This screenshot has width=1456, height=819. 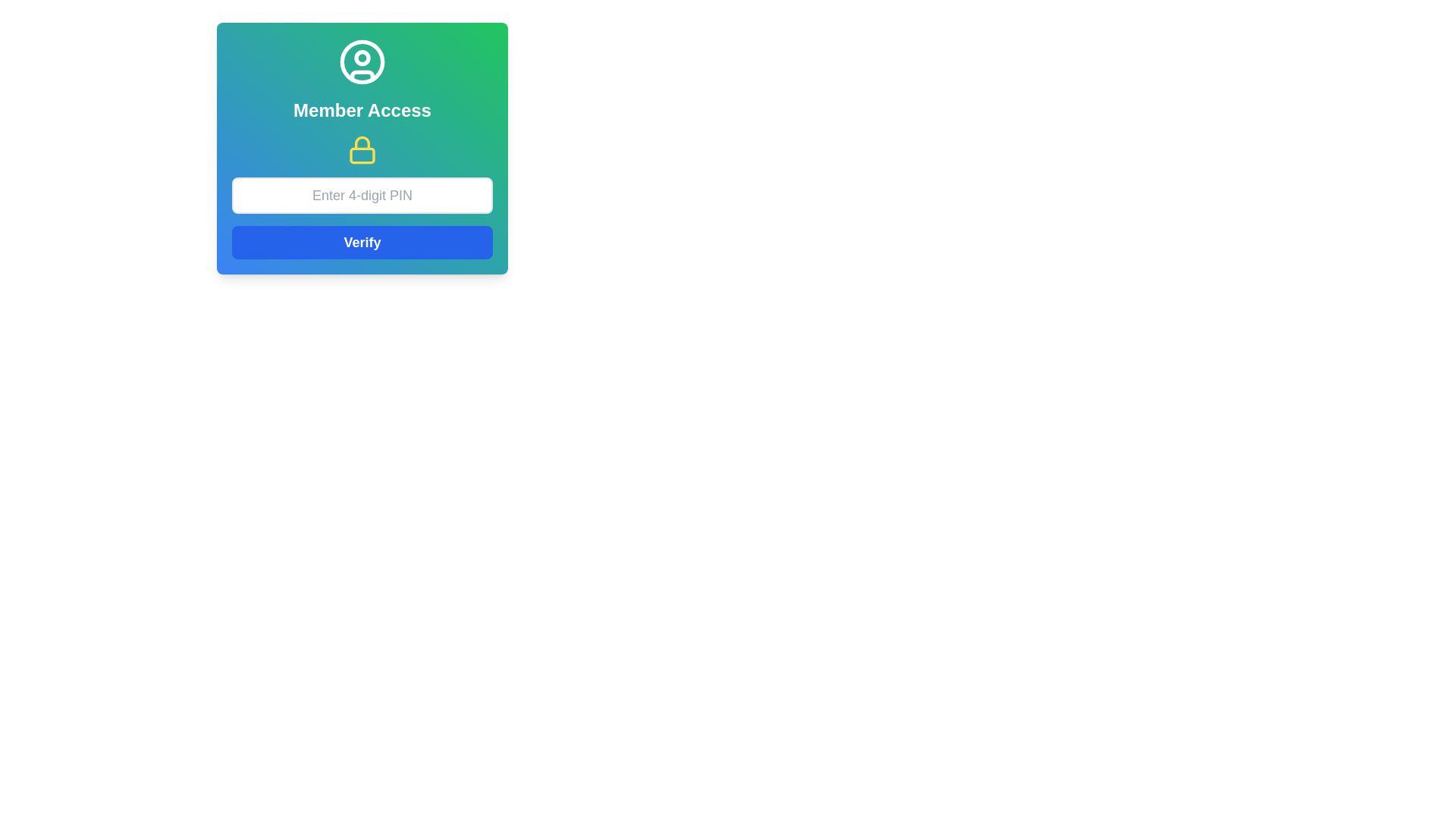 What do you see at coordinates (362, 149) in the screenshot?
I see `the security icon located centrally below the 'Member Access' text and above the 'Enter 4-digit PIN' input box` at bounding box center [362, 149].